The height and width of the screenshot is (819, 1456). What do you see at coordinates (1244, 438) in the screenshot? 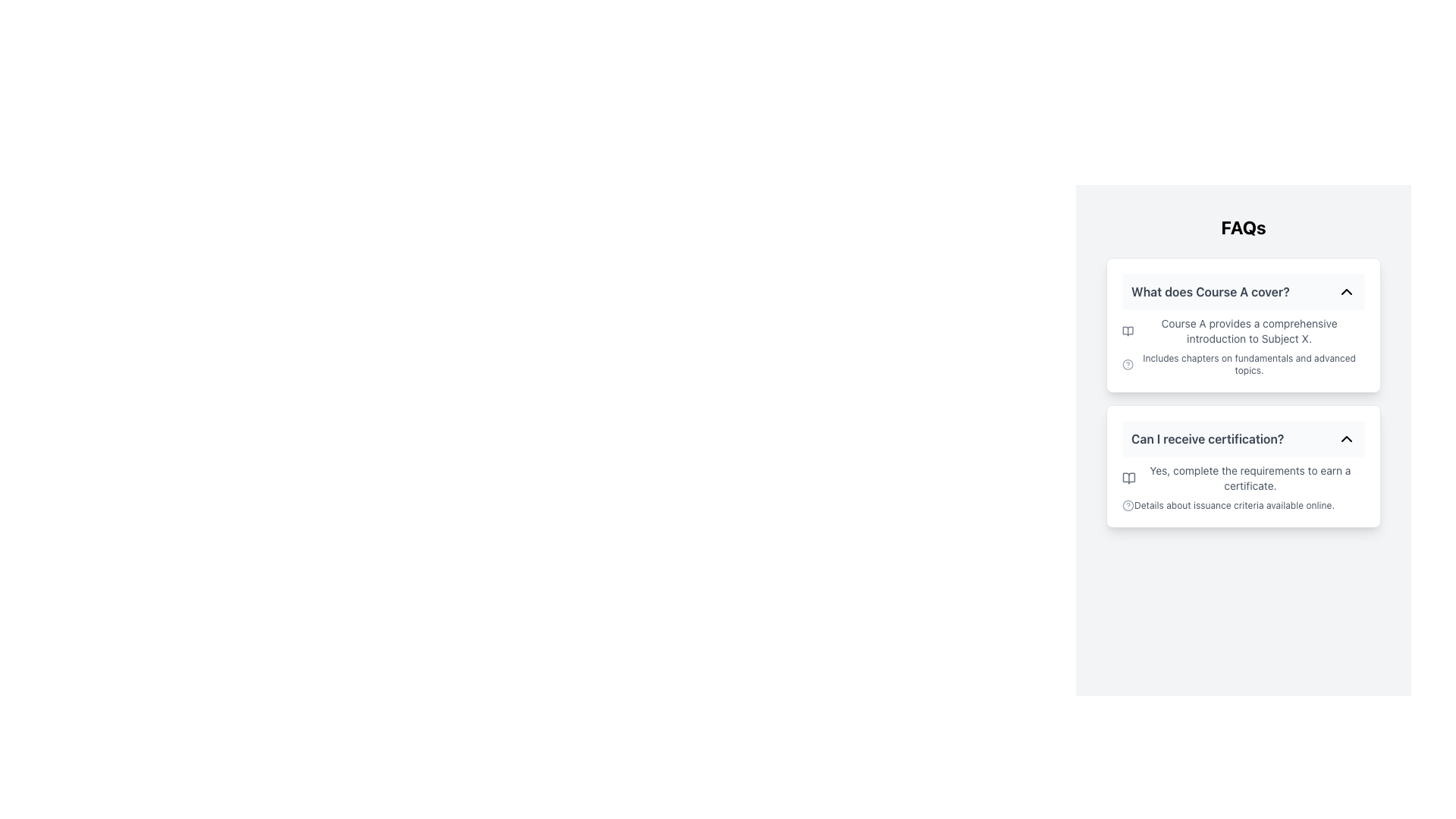
I see `the second accordion header in the FAQs section` at bounding box center [1244, 438].